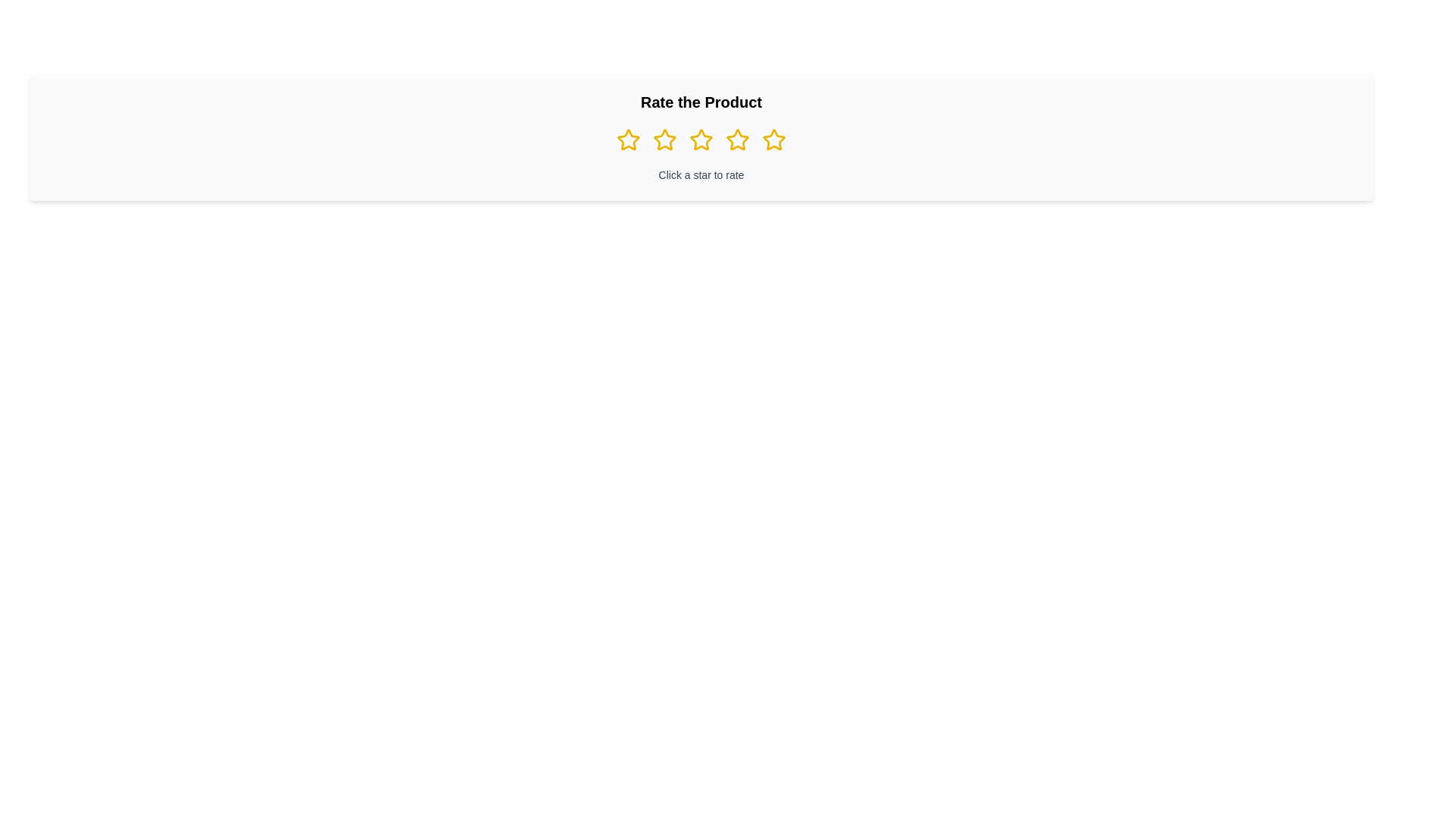 The height and width of the screenshot is (819, 1456). Describe the element at coordinates (701, 140) in the screenshot. I see `the yellow hollow star icon, which is the third star in the row for rating purposes` at that location.